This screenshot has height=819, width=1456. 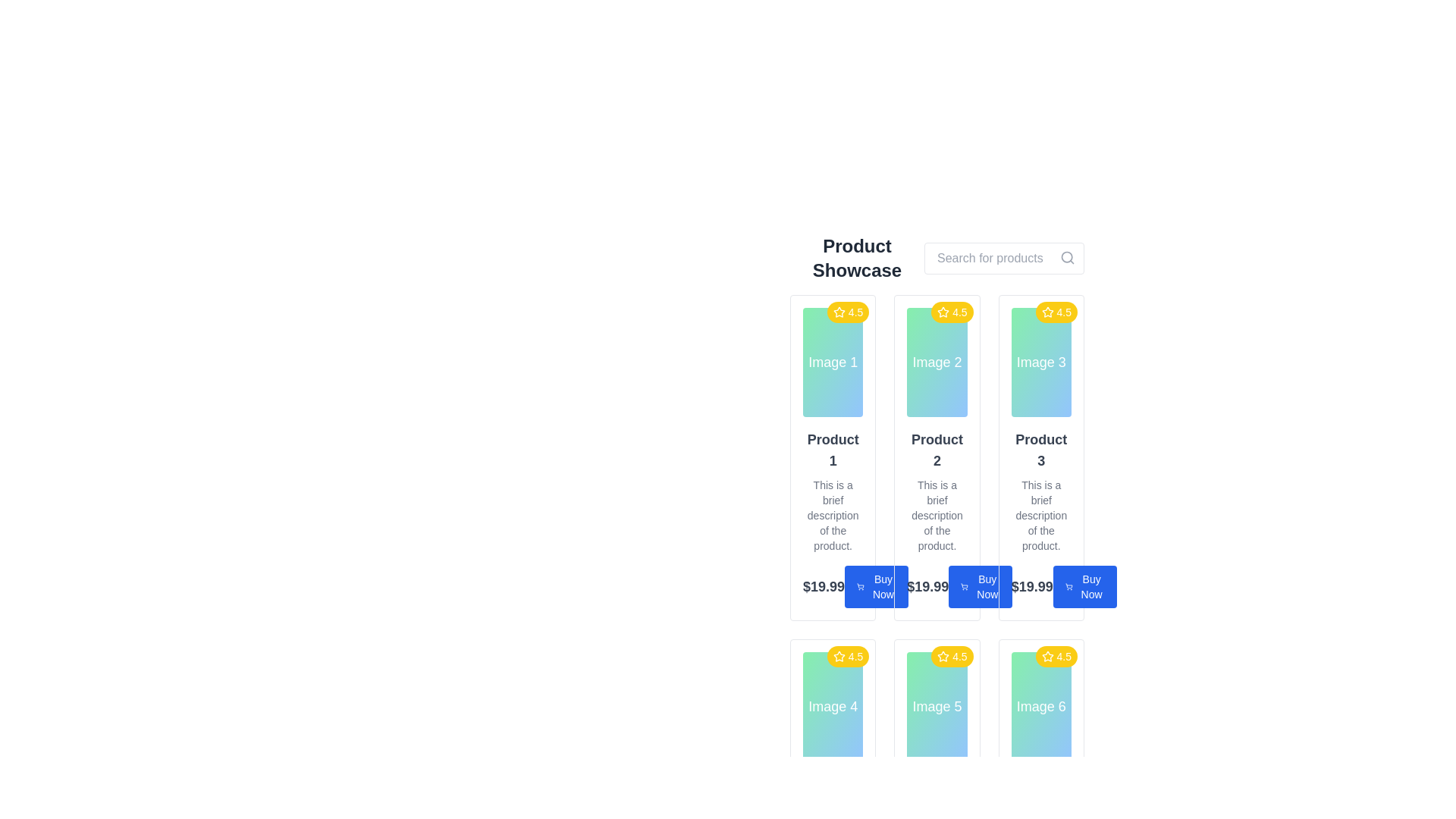 I want to click on the image placeholder for 'Product 3' located in the third column of the grid layout, so click(x=1040, y=362).